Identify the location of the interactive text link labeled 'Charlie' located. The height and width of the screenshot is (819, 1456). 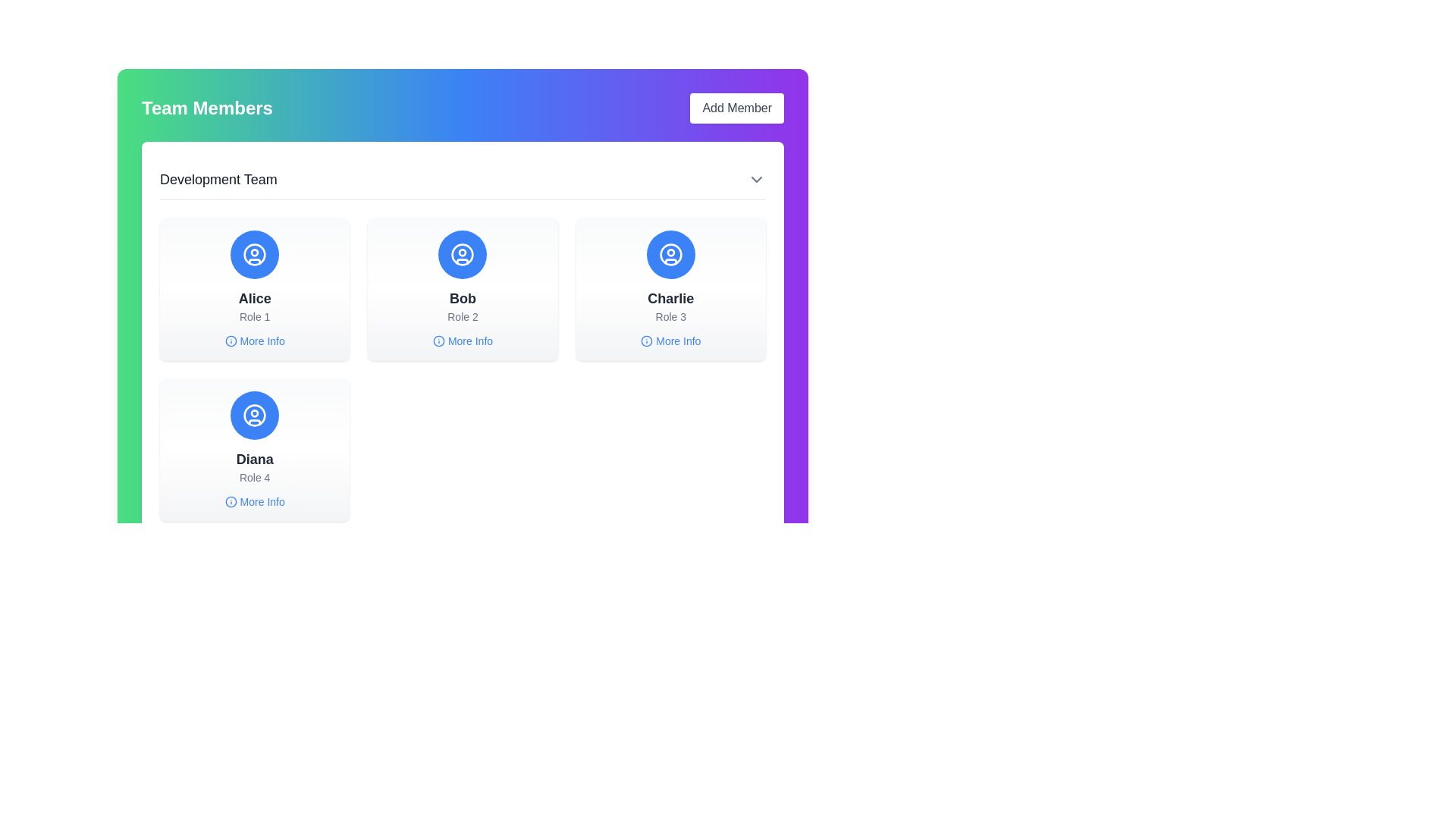
(670, 341).